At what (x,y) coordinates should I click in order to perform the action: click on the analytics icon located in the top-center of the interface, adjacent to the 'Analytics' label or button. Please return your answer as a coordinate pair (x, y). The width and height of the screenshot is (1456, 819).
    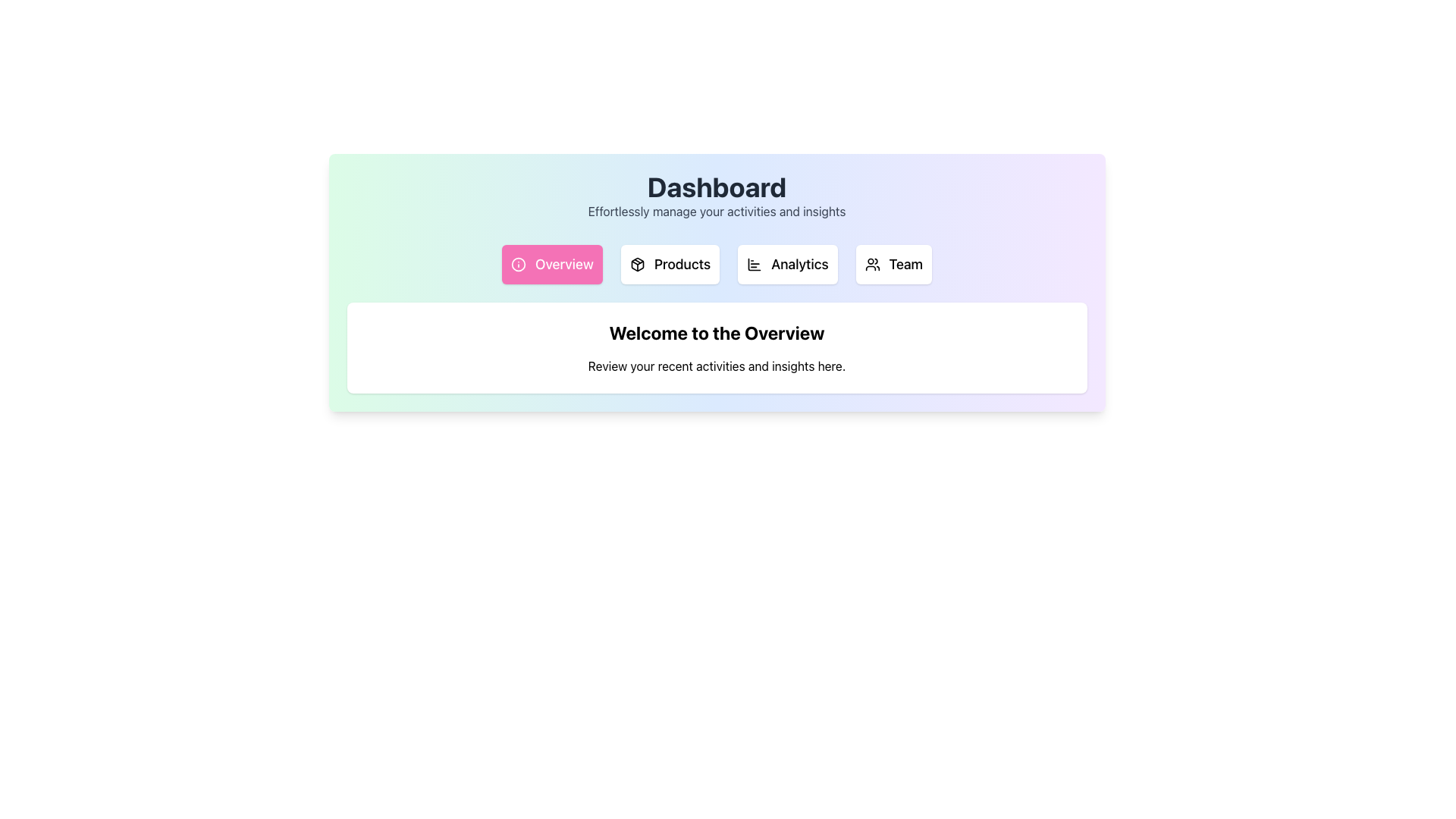
    Looking at the image, I should click on (755, 263).